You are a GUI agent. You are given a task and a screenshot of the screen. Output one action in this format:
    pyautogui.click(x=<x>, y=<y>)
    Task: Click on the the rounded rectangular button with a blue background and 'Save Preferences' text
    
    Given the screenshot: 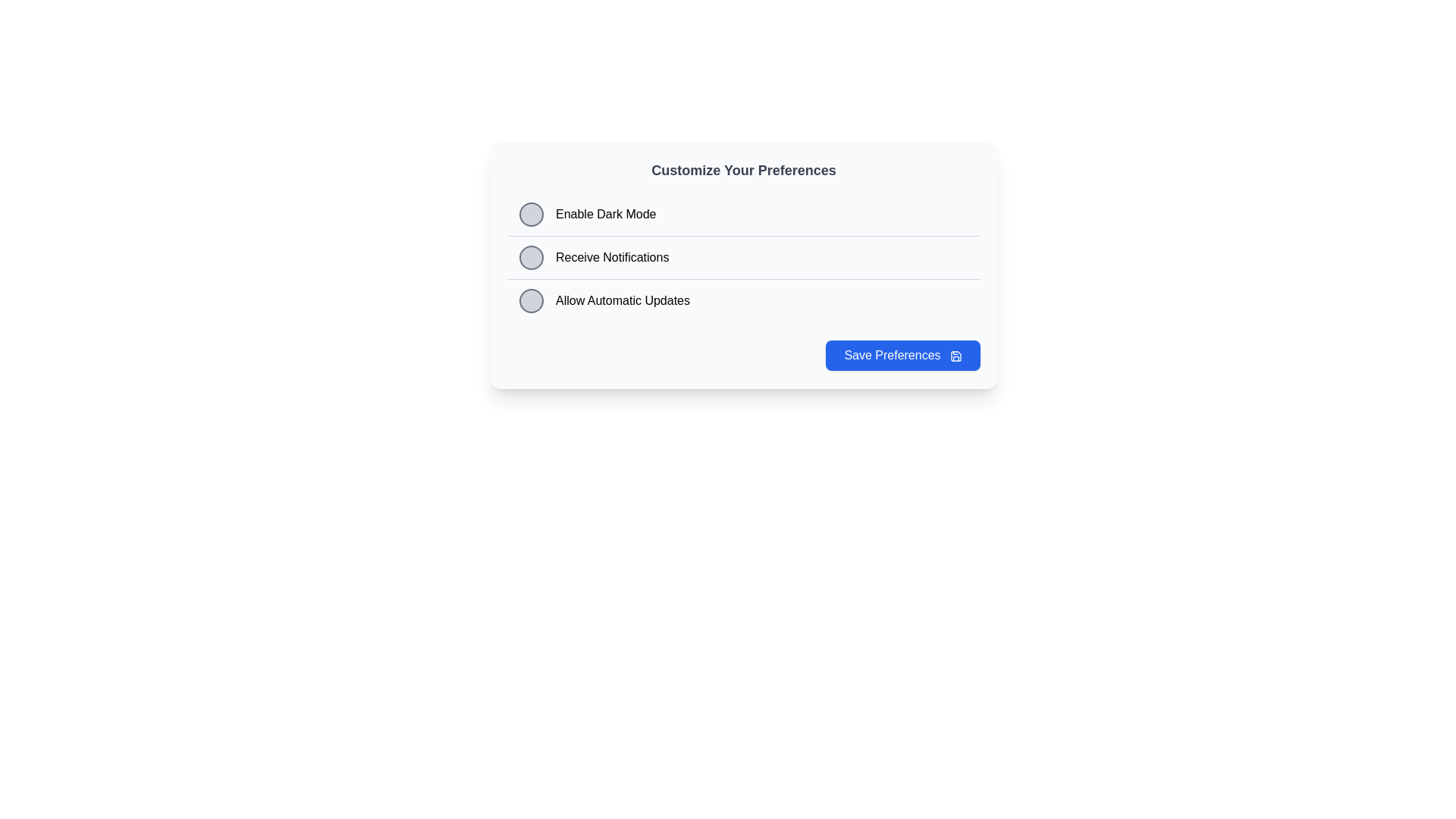 What is the action you would take?
    pyautogui.click(x=903, y=356)
    